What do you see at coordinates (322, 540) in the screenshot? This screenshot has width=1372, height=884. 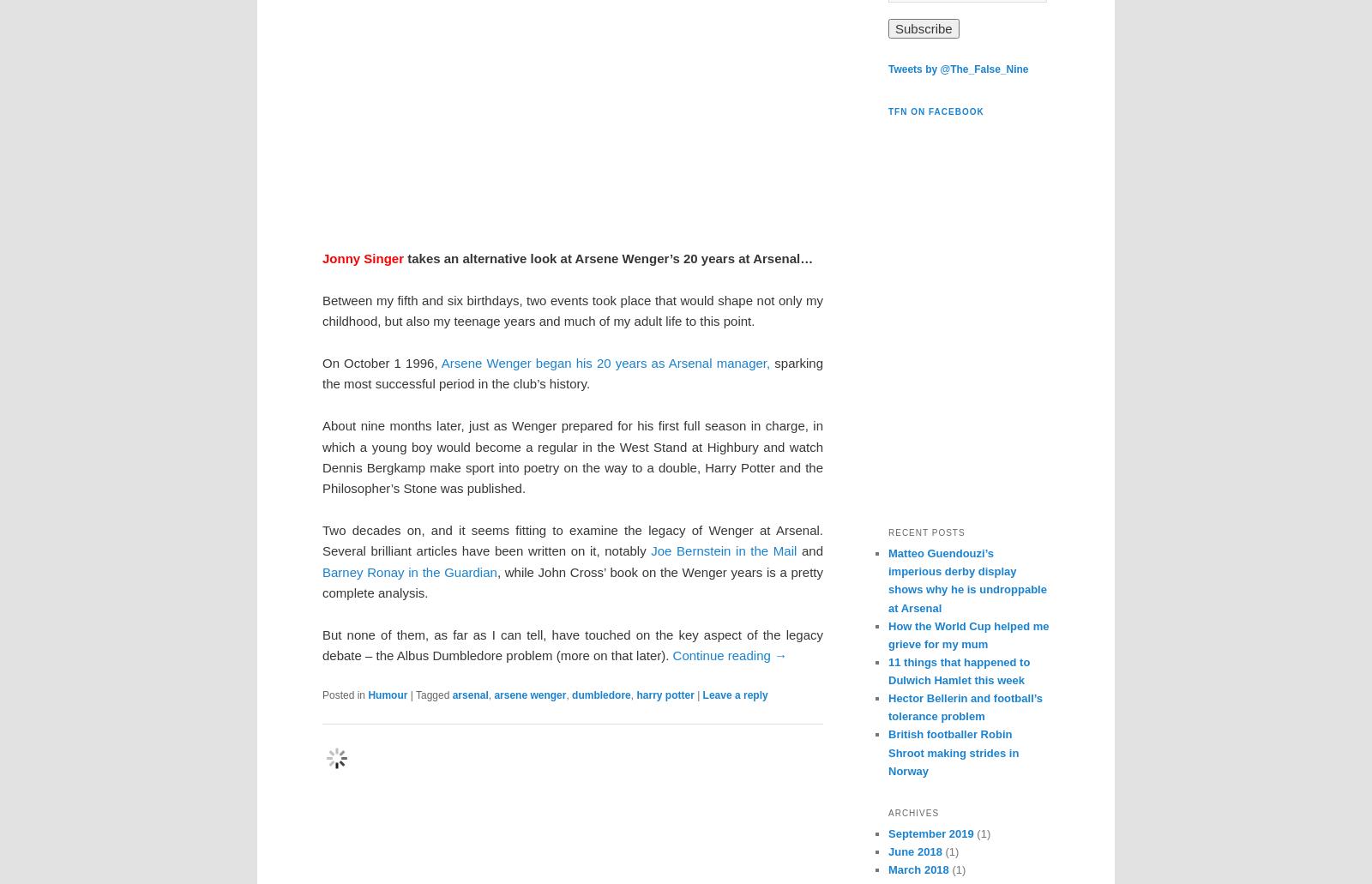 I see `'Two decades on, and it seems fitting to examine the legacy of Wenger at Arsenal. Several brilliant articles have been written on it, notably'` at bounding box center [322, 540].